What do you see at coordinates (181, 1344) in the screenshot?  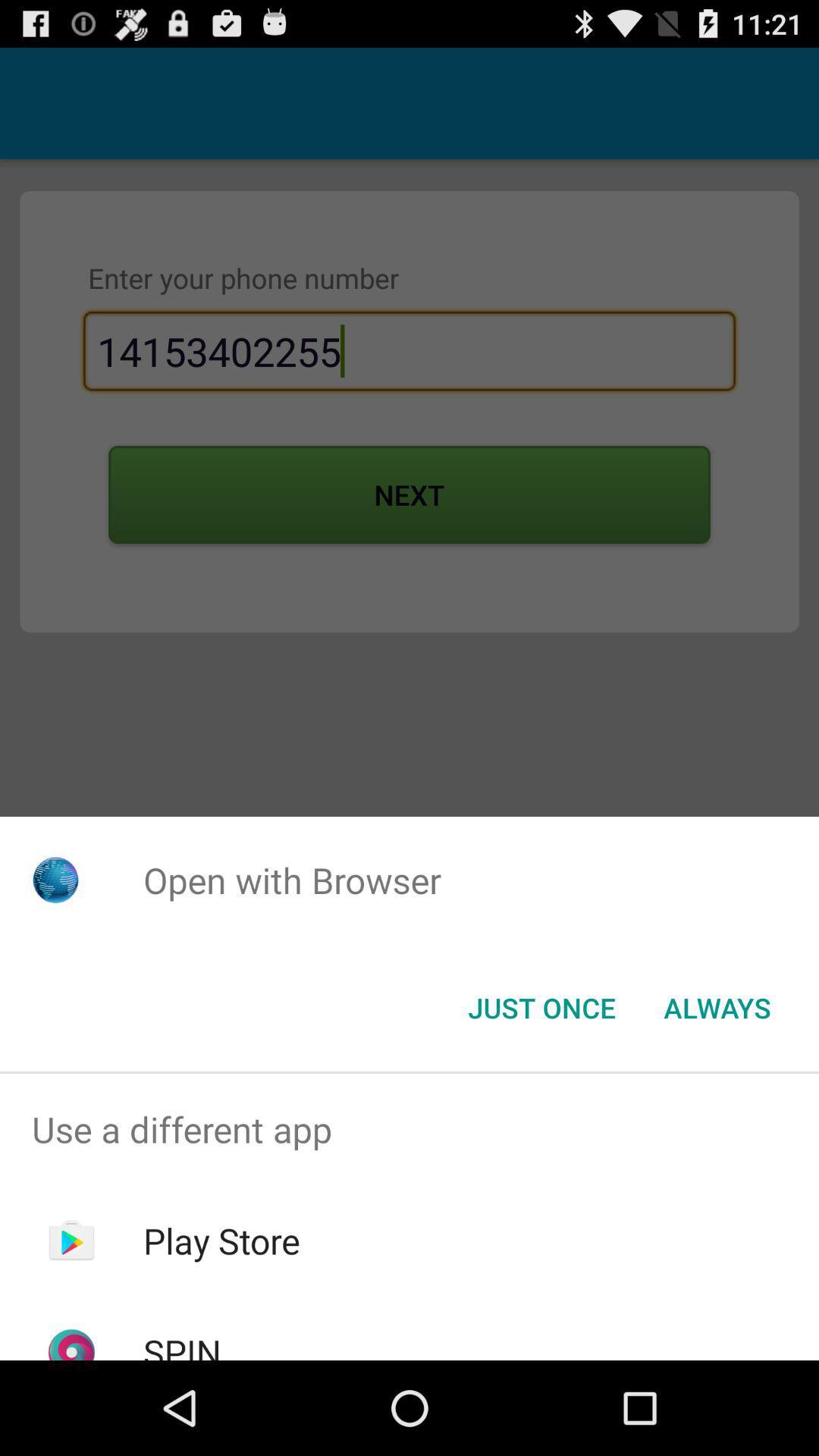 I see `the spin icon` at bounding box center [181, 1344].